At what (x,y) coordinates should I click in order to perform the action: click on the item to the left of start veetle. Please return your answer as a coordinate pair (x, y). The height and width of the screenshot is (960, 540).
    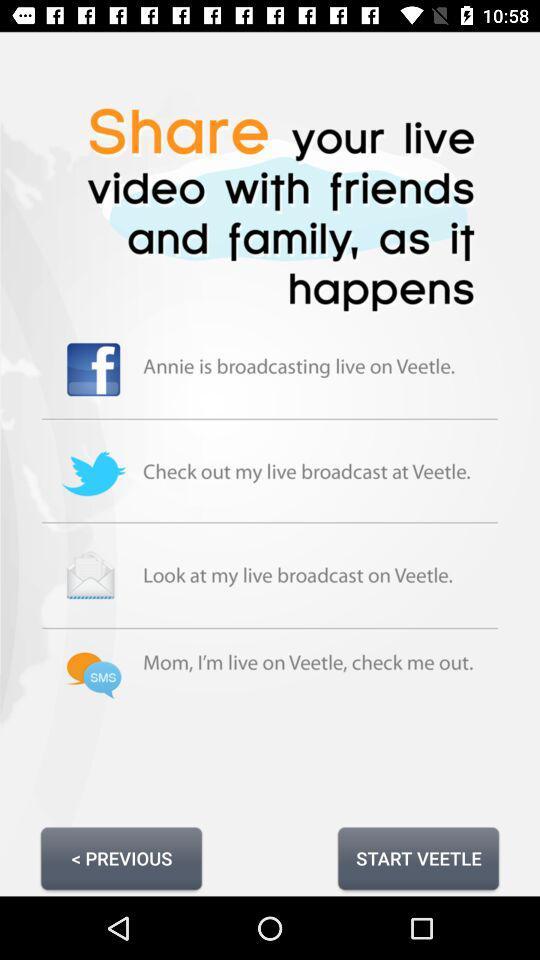
    Looking at the image, I should click on (121, 857).